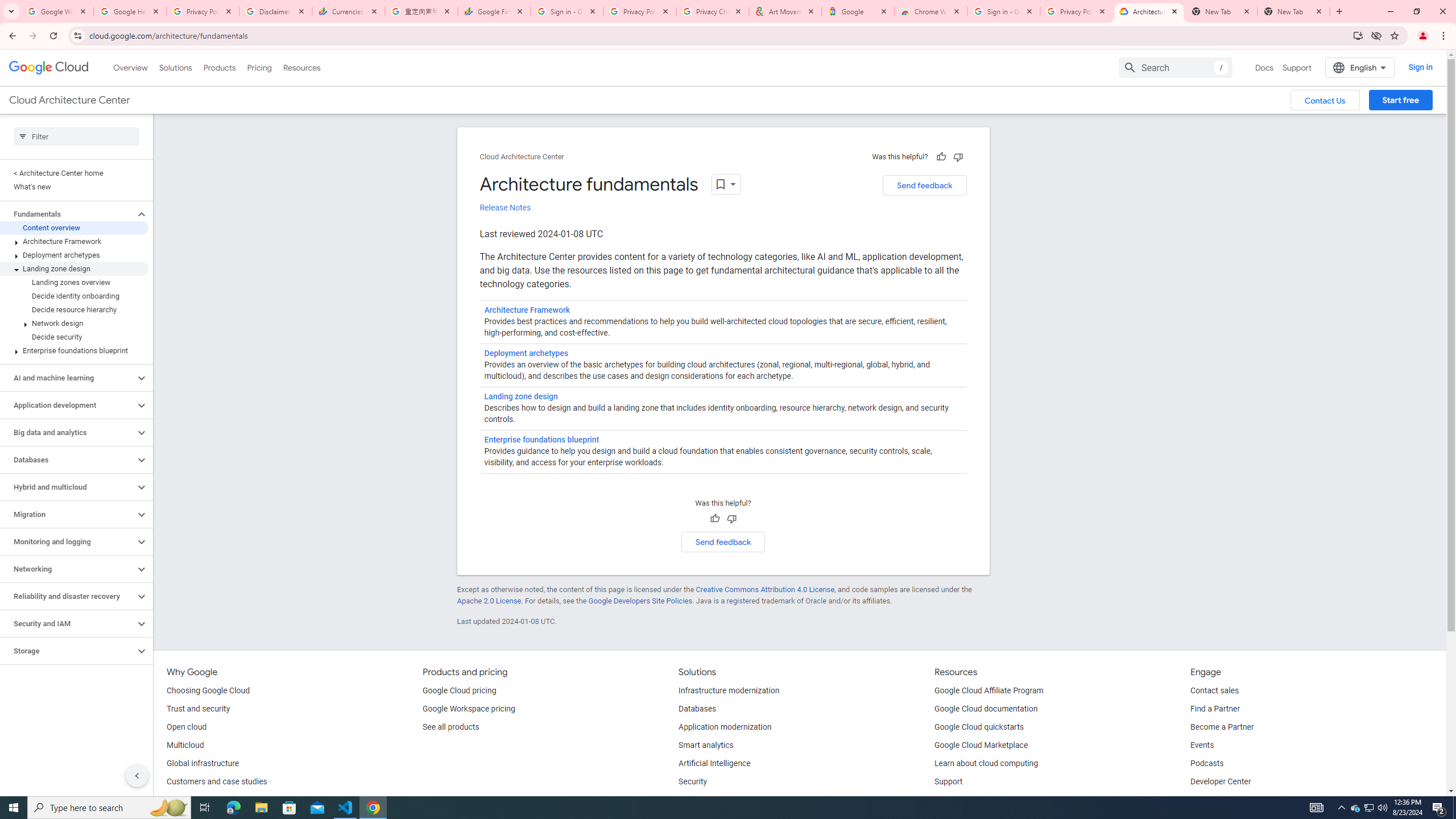 Image resolution: width=1456 pixels, height=819 pixels. Describe the element at coordinates (541, 440) in the screenshot. I see `'Enterprise foundations blueprint'` at that location.